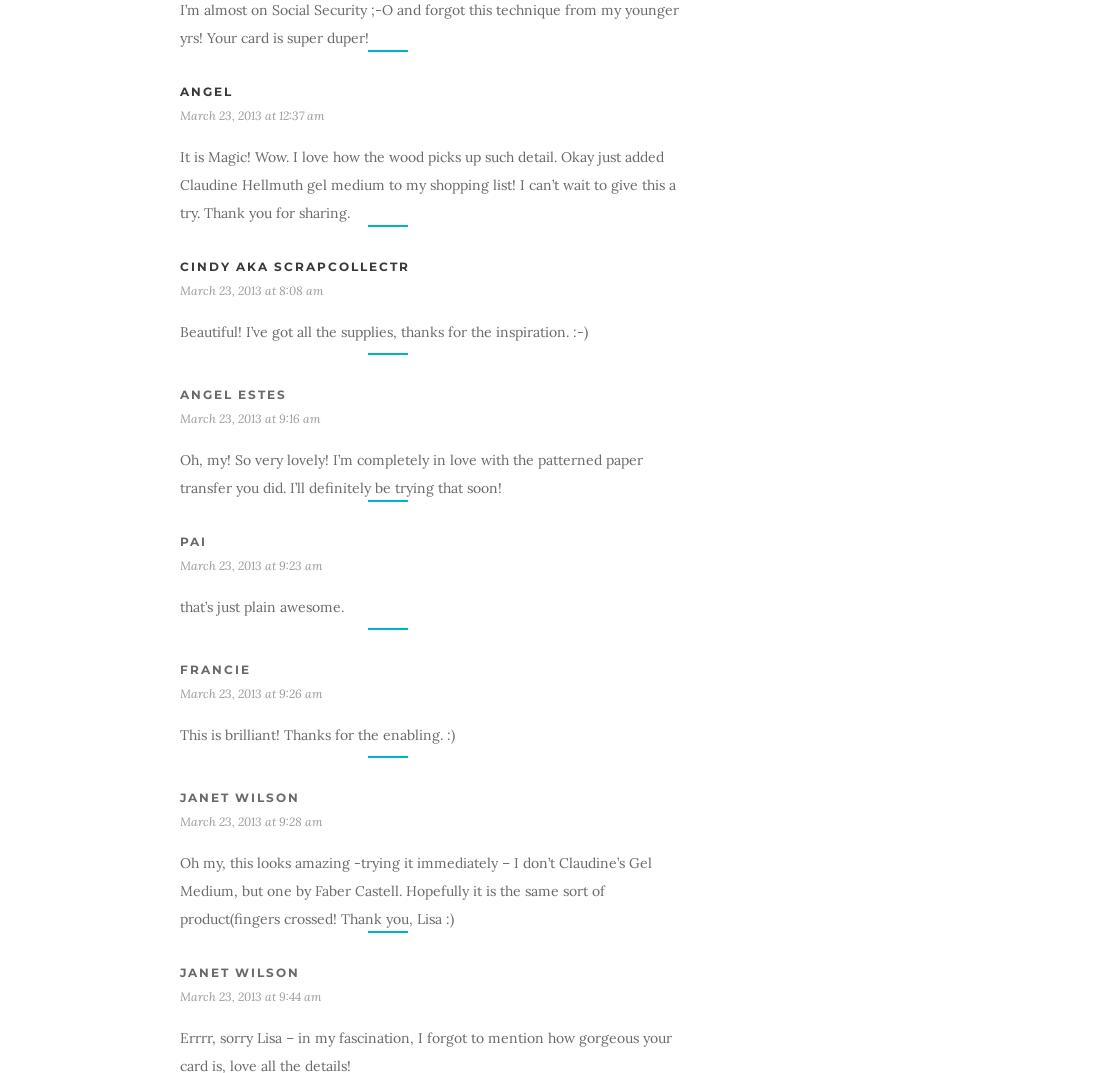 The width and height of the screenshot is (1100, 1073). I want to click on 'March 23, 2013 at 9:23 am', so click(251, 564).